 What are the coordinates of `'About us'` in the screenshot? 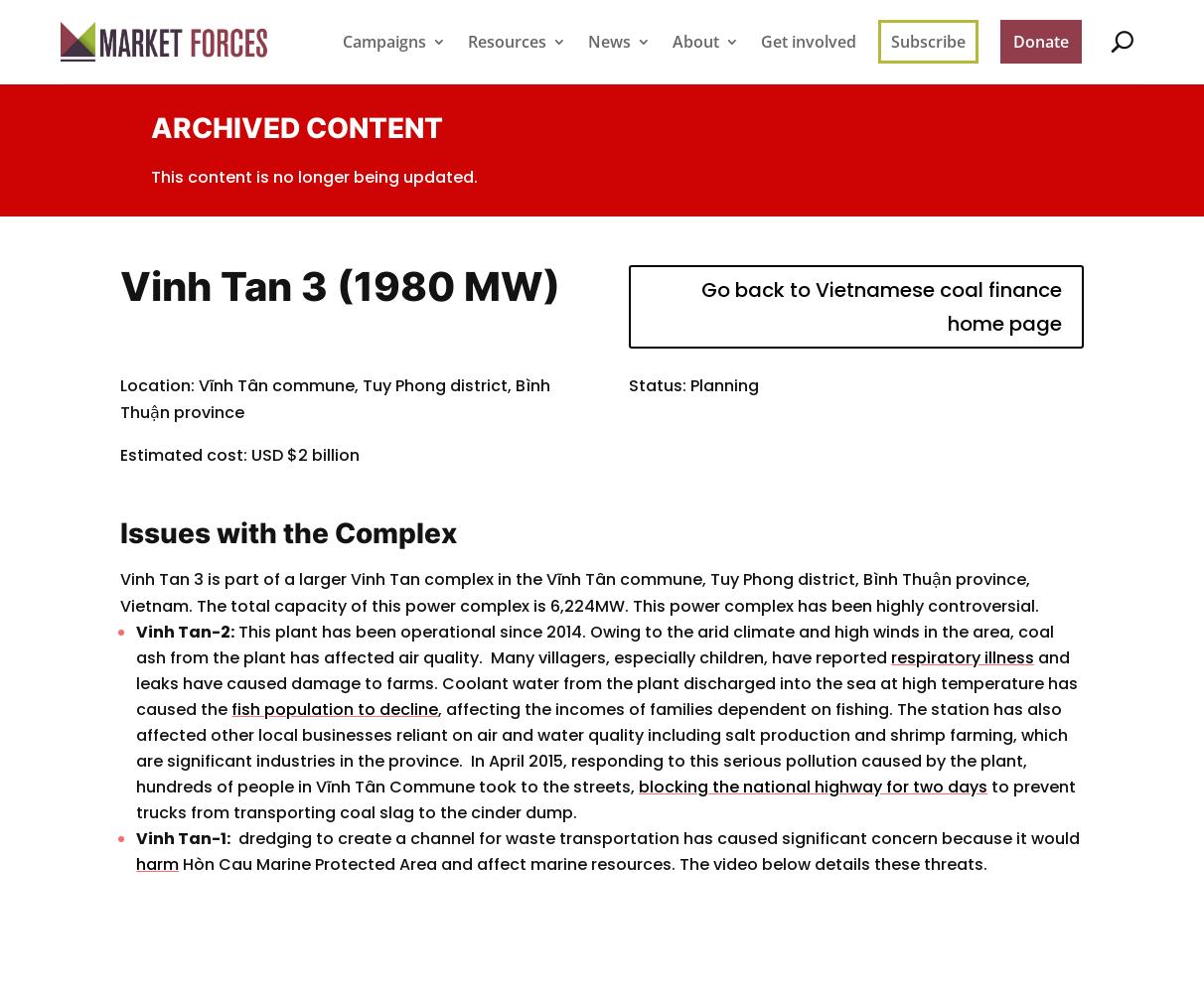 It's located at (735, 113).